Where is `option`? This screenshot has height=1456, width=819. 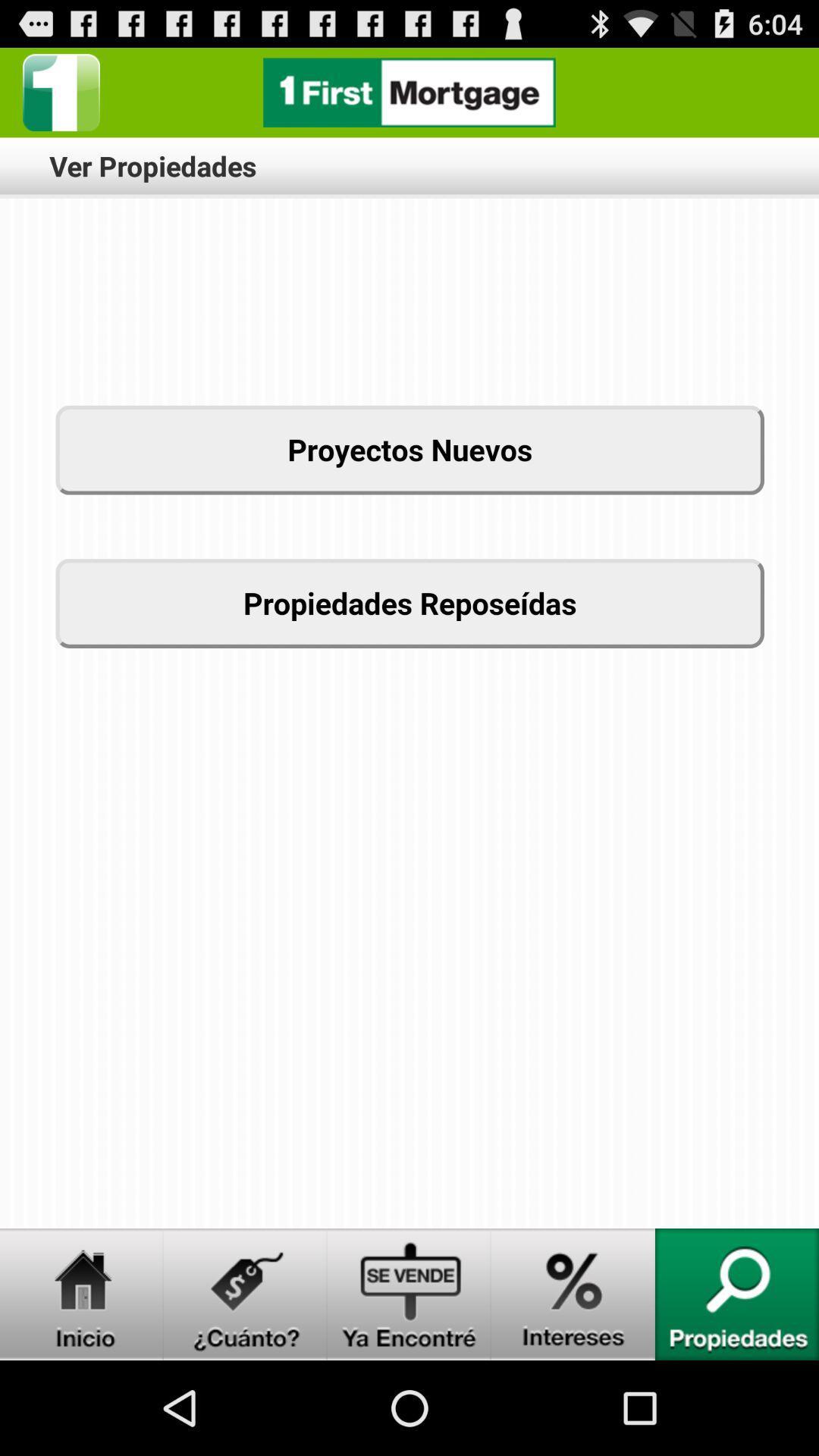 option is located at coordinates (61, 92).